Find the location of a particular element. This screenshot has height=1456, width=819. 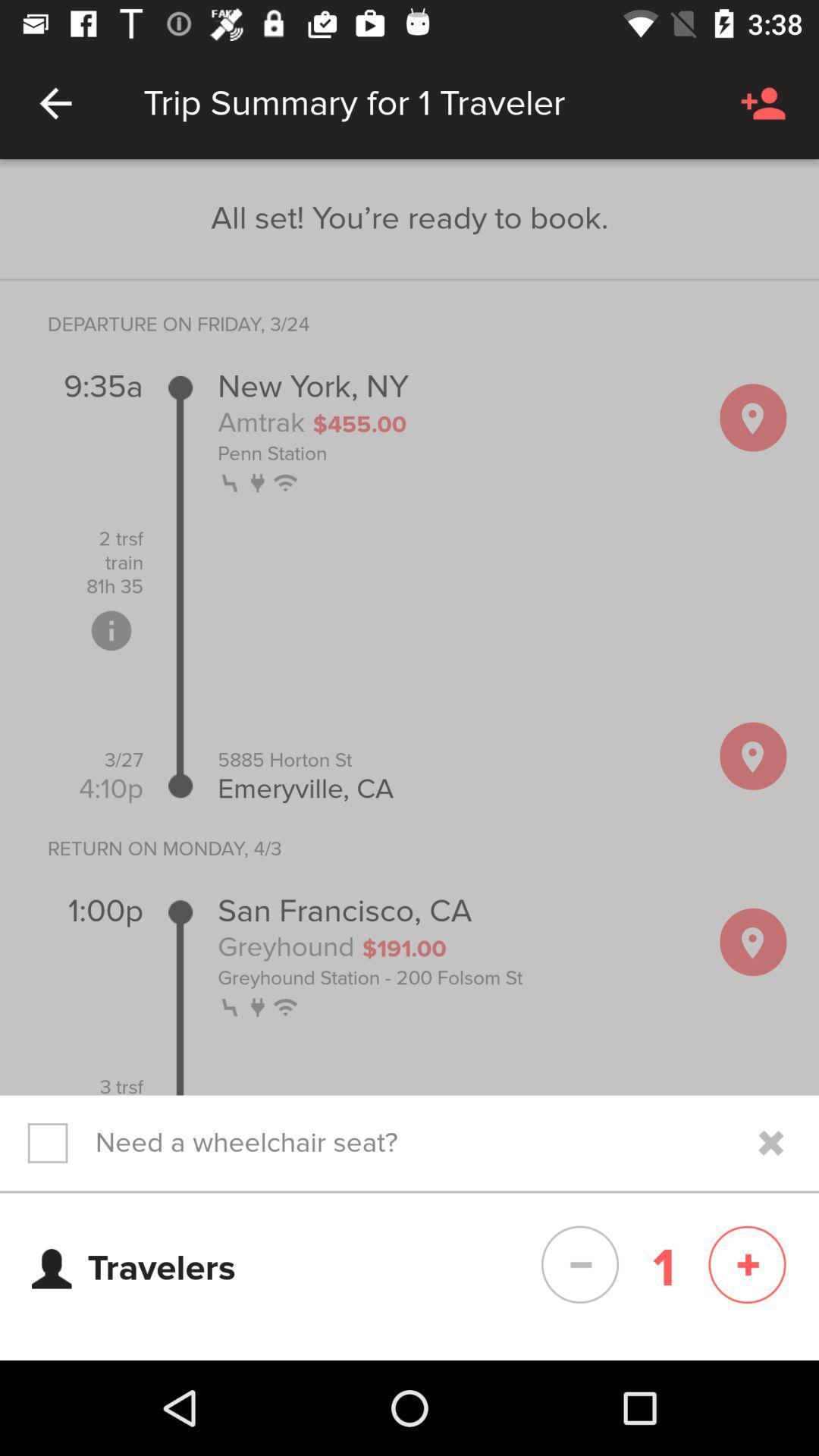

the add icon is located at coordinates (746, 1265).